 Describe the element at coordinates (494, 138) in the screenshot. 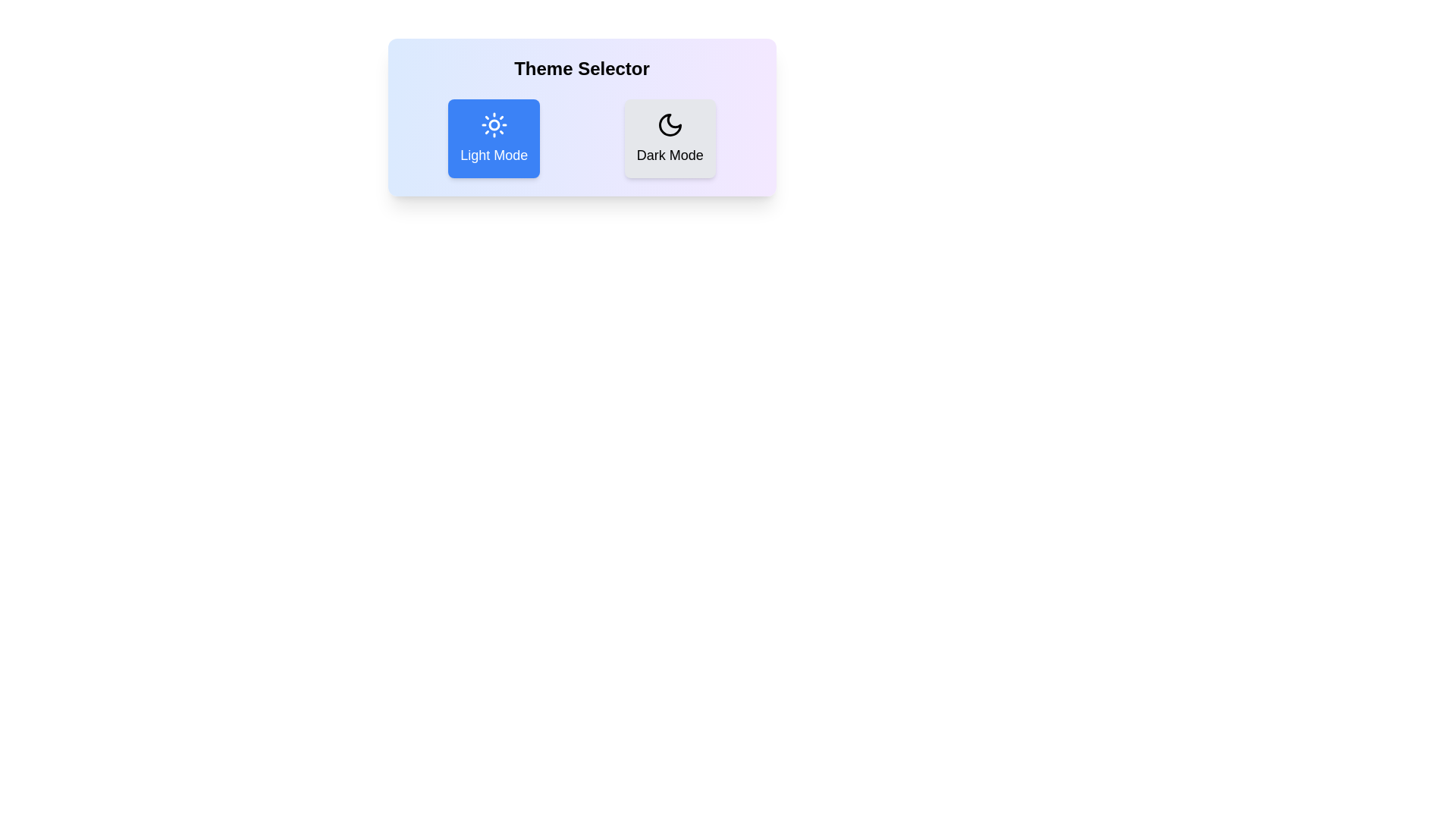

I see `the mode option Light Mode to observe its hover effect` at that location.